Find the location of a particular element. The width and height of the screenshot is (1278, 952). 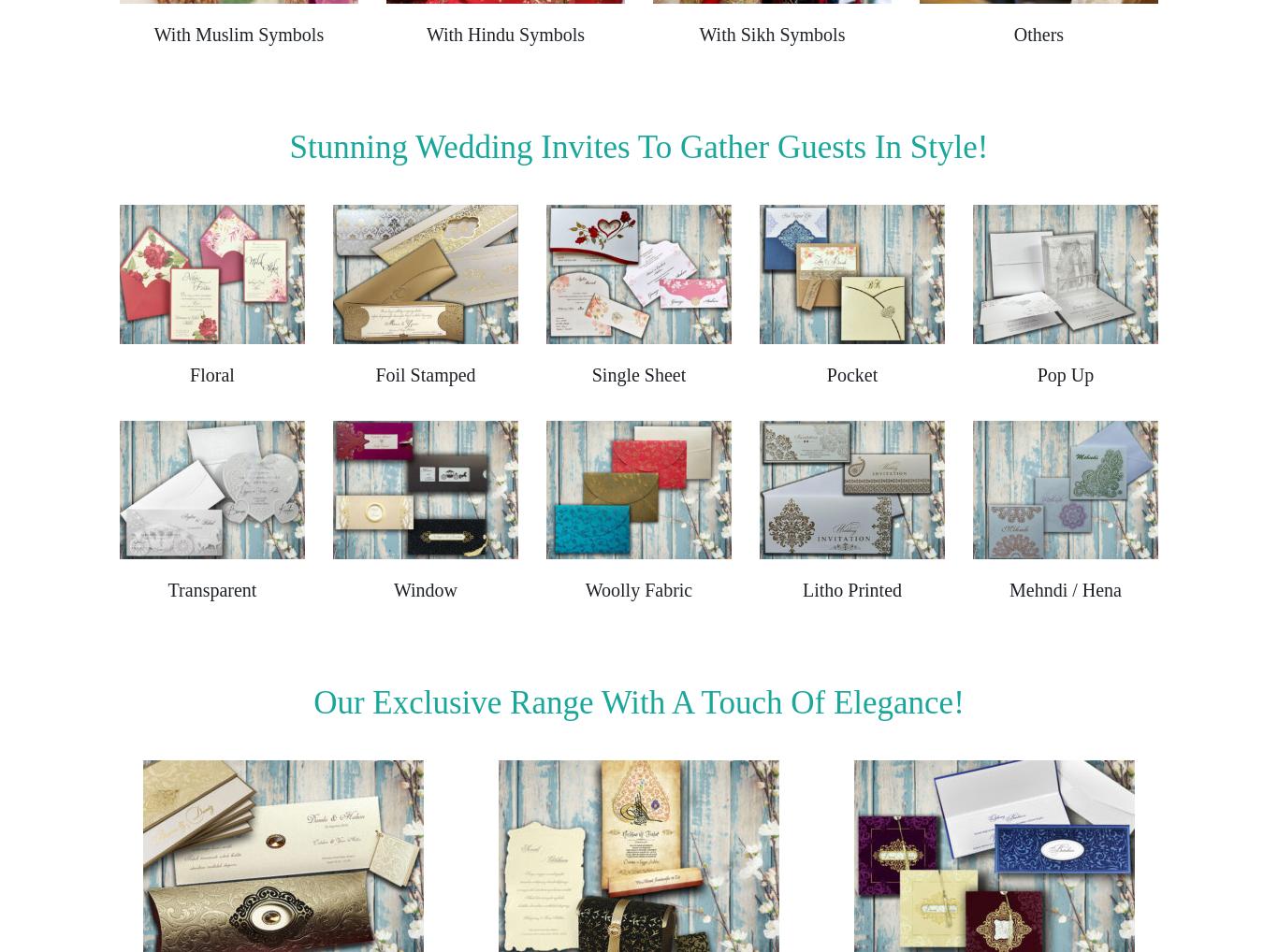

'Transparent' is located at coordinates (211, 588).